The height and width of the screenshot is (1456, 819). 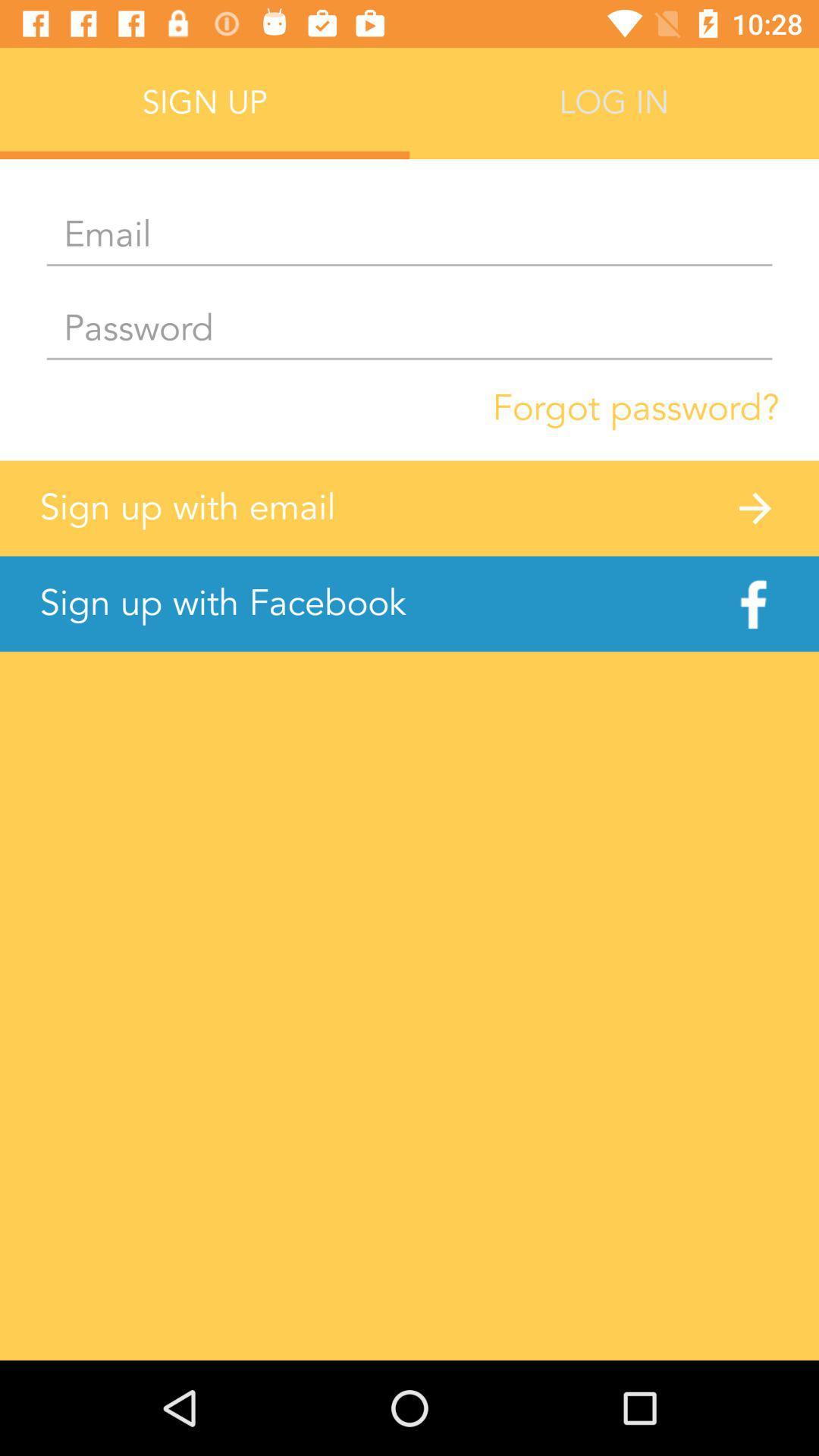 I want to click on password button, so click(x=409, y=329).